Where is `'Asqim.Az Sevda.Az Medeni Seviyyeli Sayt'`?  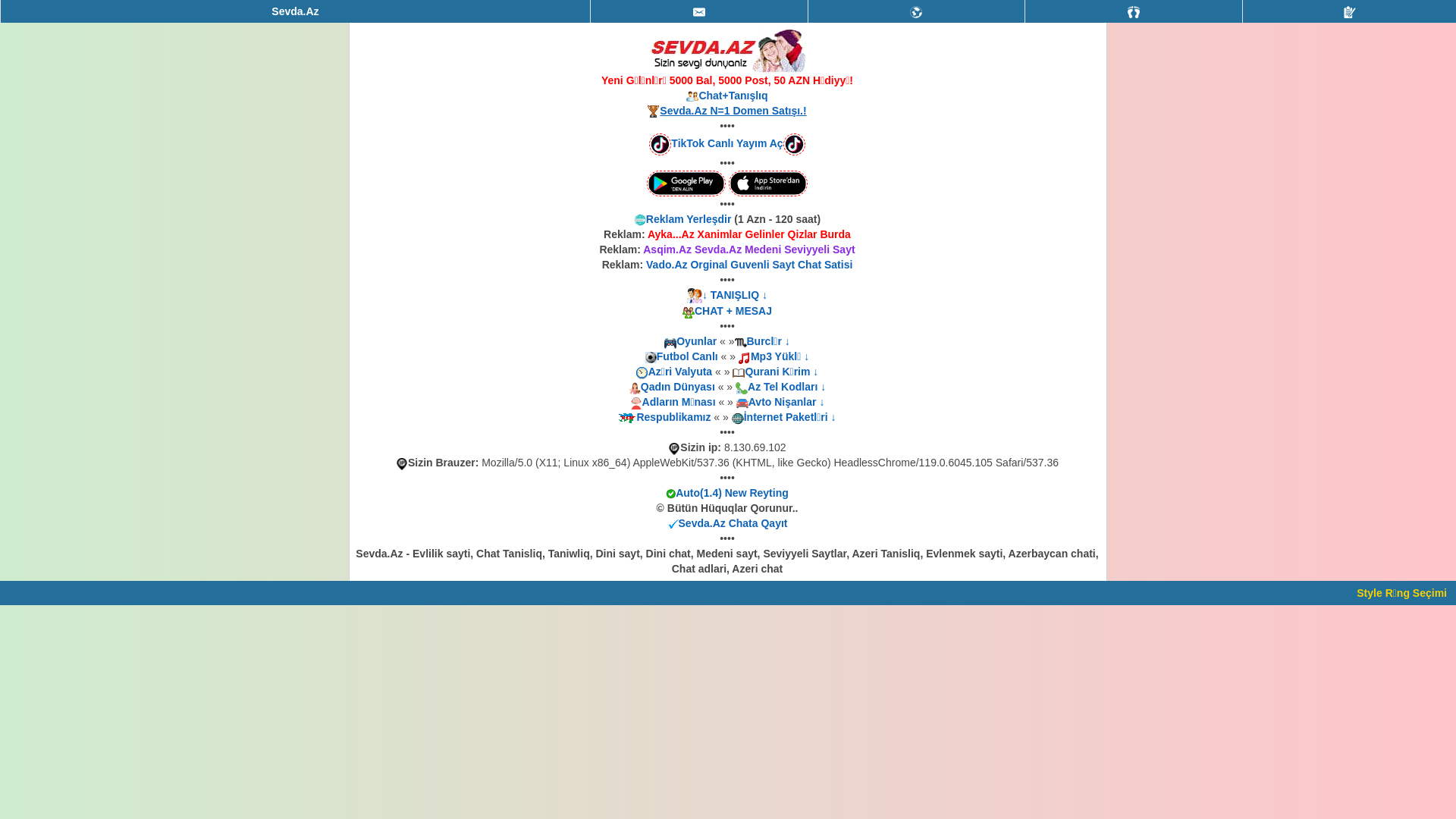 'Asqim.Az Sevda.Az Medeni Seviyyeli Sayt' is located at coordinates (748, 248).